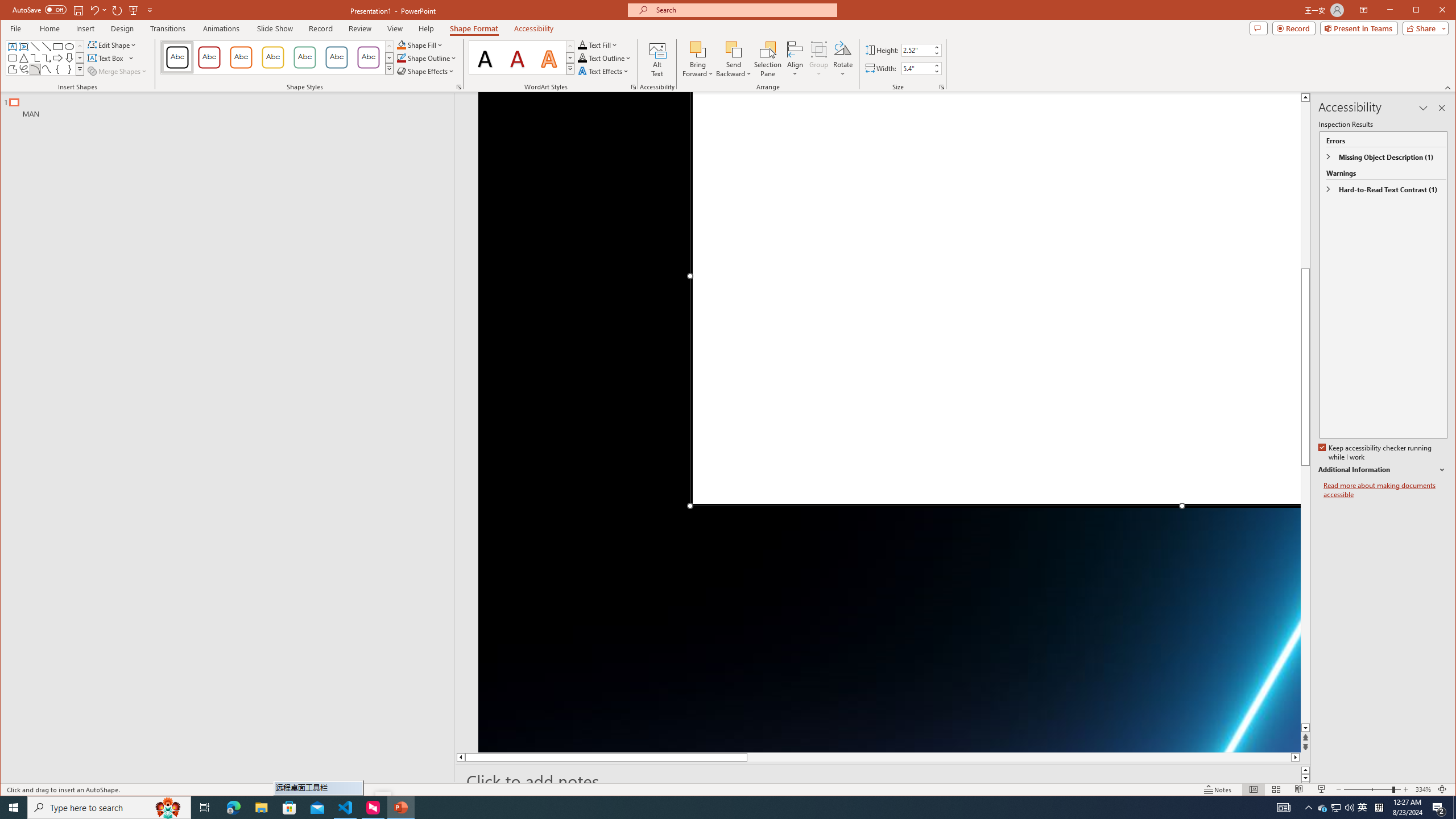 The width and height of the screenshot is (1456, 819). Describe the element at coordinates (11, 69) in the screenshot. I see `'Freeform: Shape'` at that location.